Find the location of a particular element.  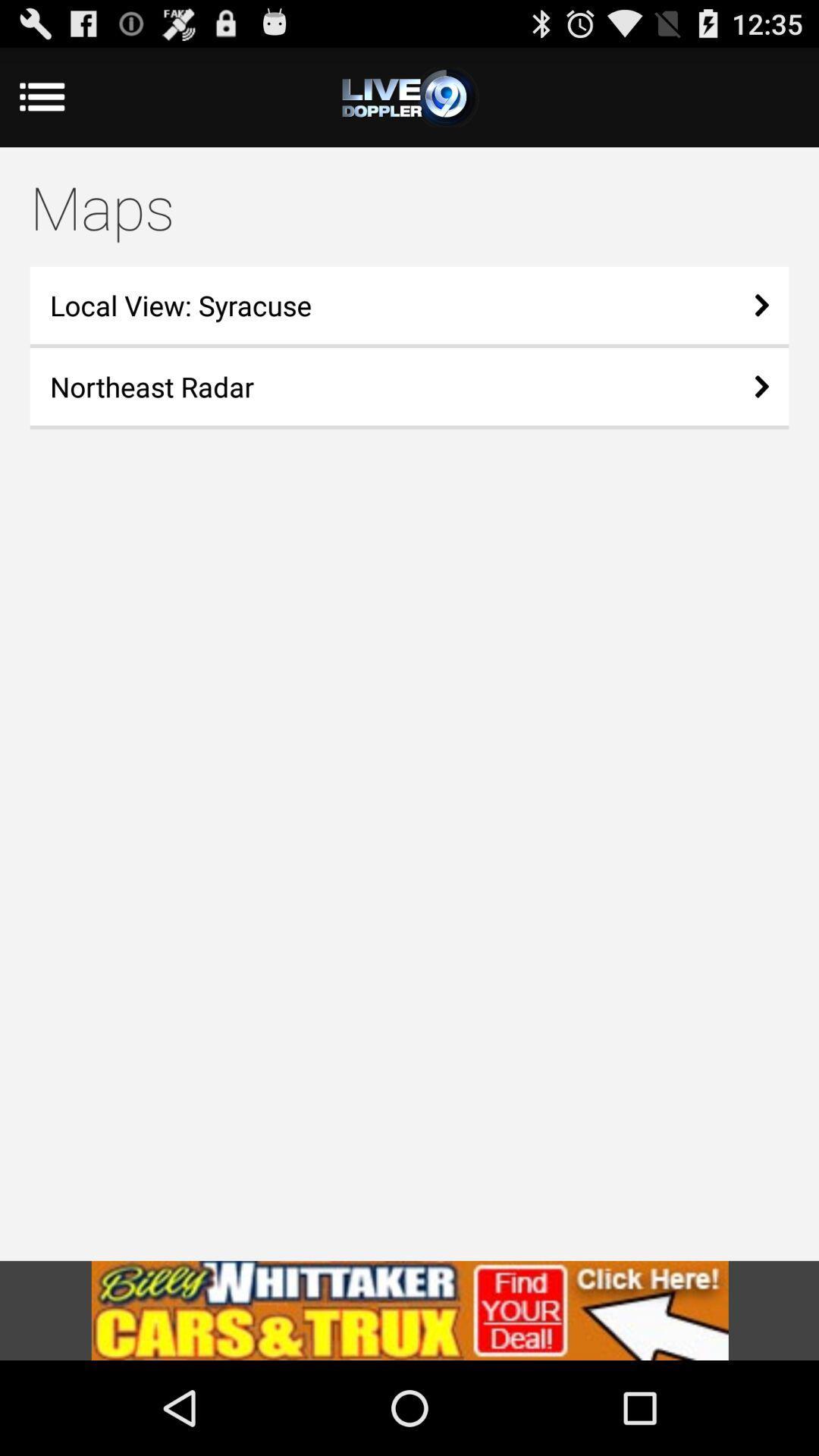

menu bar is located at coordinates (409, 96).